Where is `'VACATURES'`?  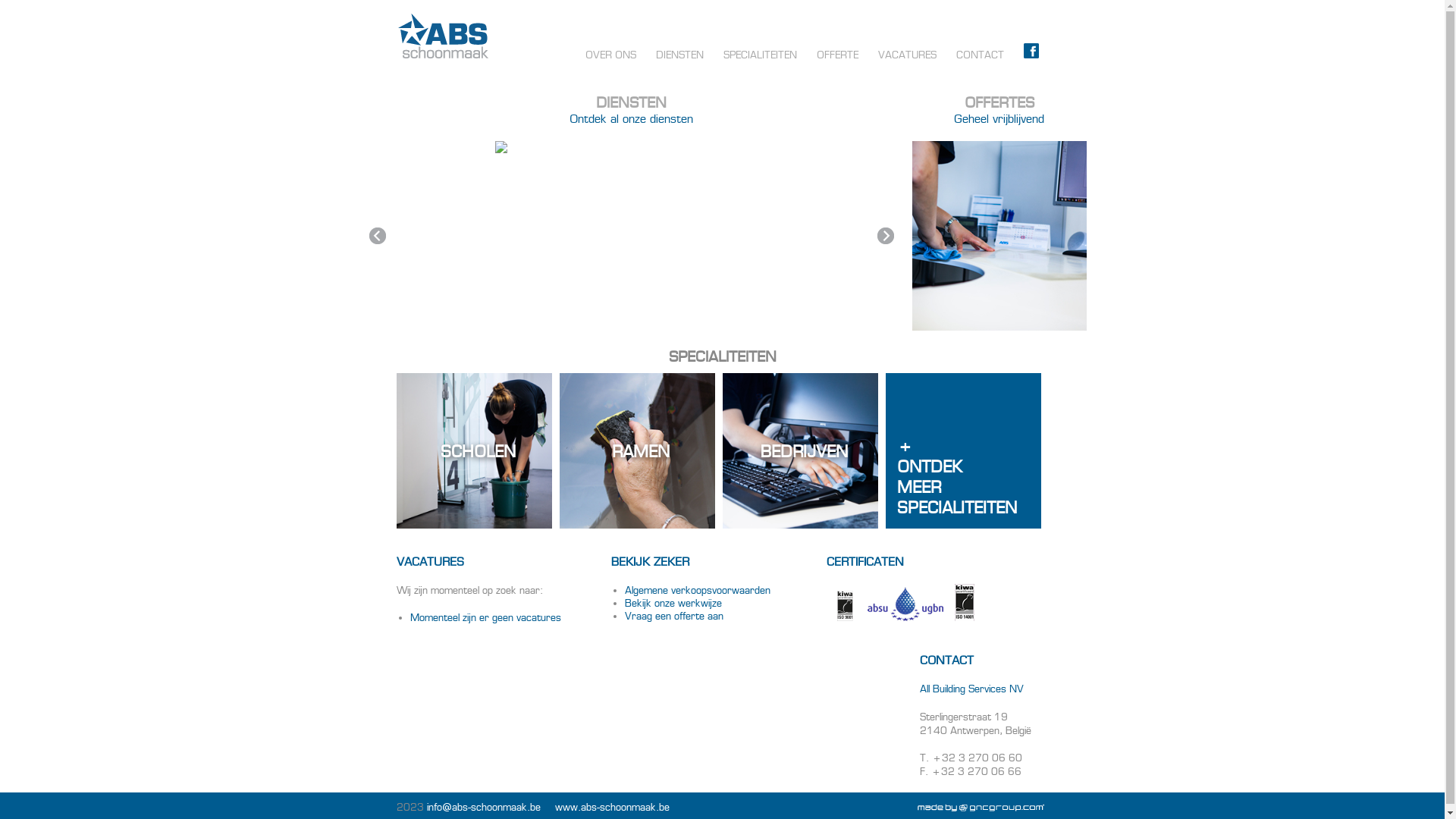 'VACATURES' is located at coordinates (906, 54).